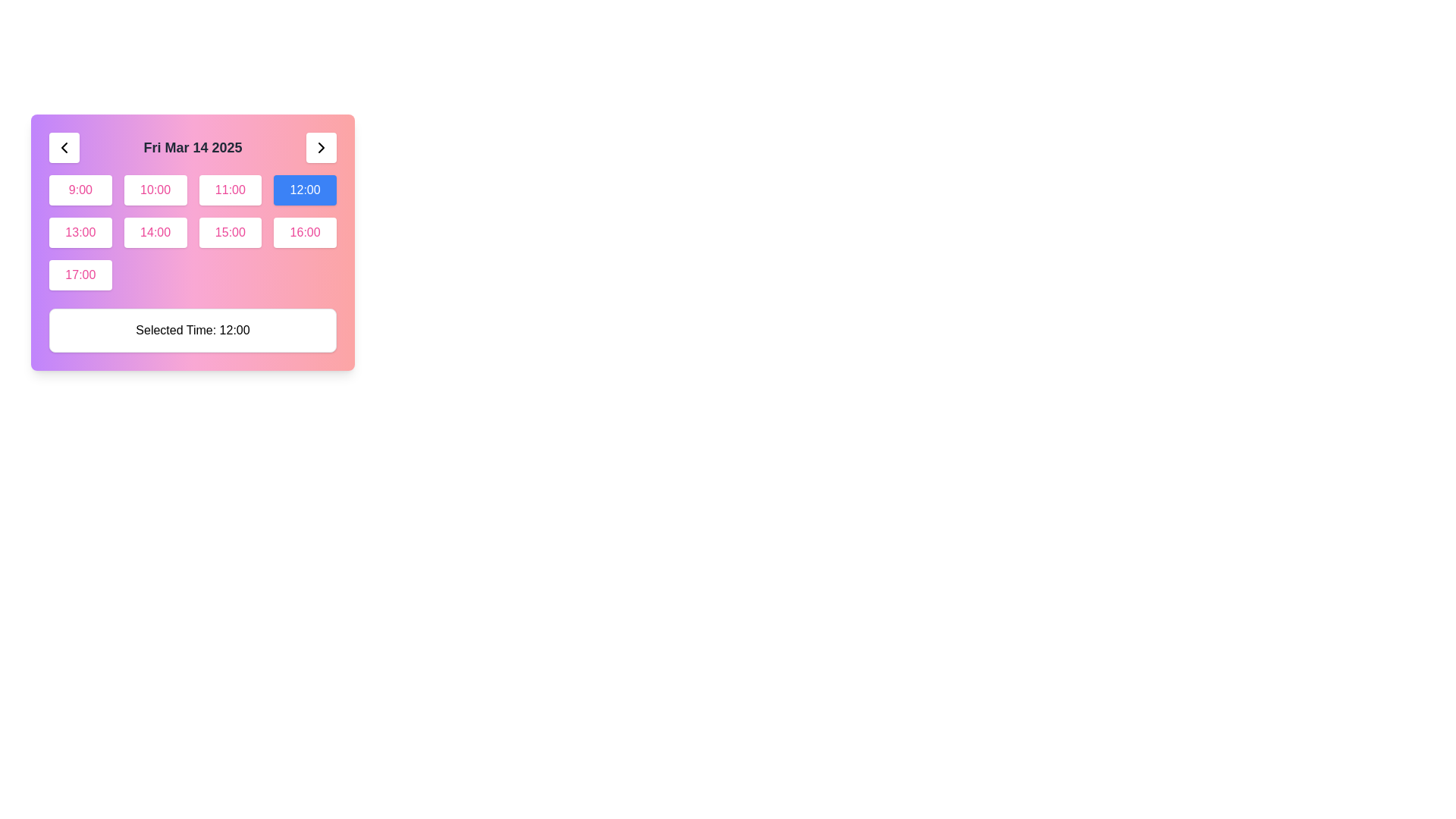 The width and height of the screenshot is (1456, 819). Describe the element at coordinates (229, 233) in the screenshot. I see `the selectable time option button for 3:00 PM, located in the second row and third column of the grid layout` at that location.